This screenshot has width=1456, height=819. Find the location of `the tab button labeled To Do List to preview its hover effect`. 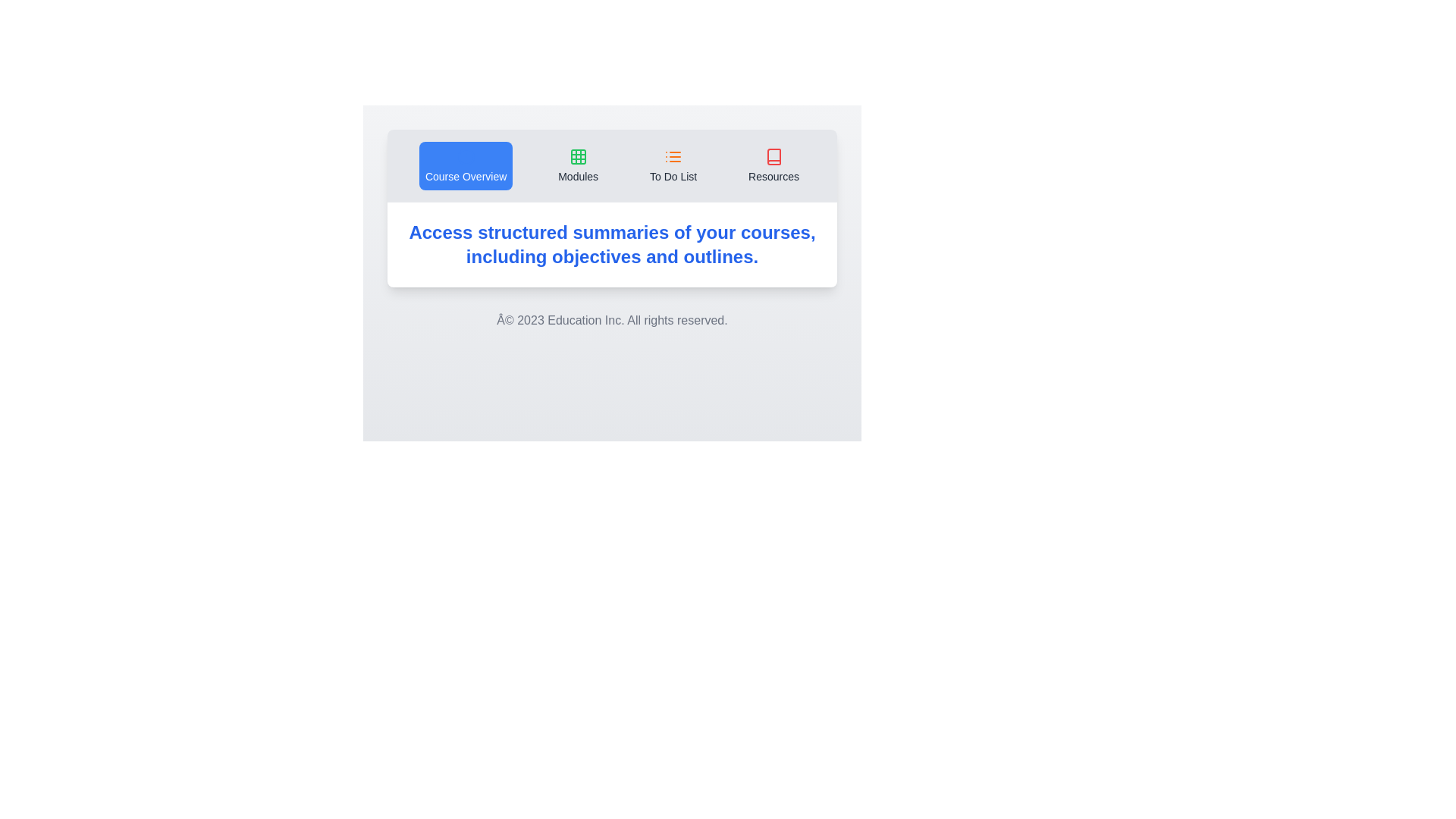

the tab button labeled To Do List to preview its hover effect is located at coordinates (673, 166).